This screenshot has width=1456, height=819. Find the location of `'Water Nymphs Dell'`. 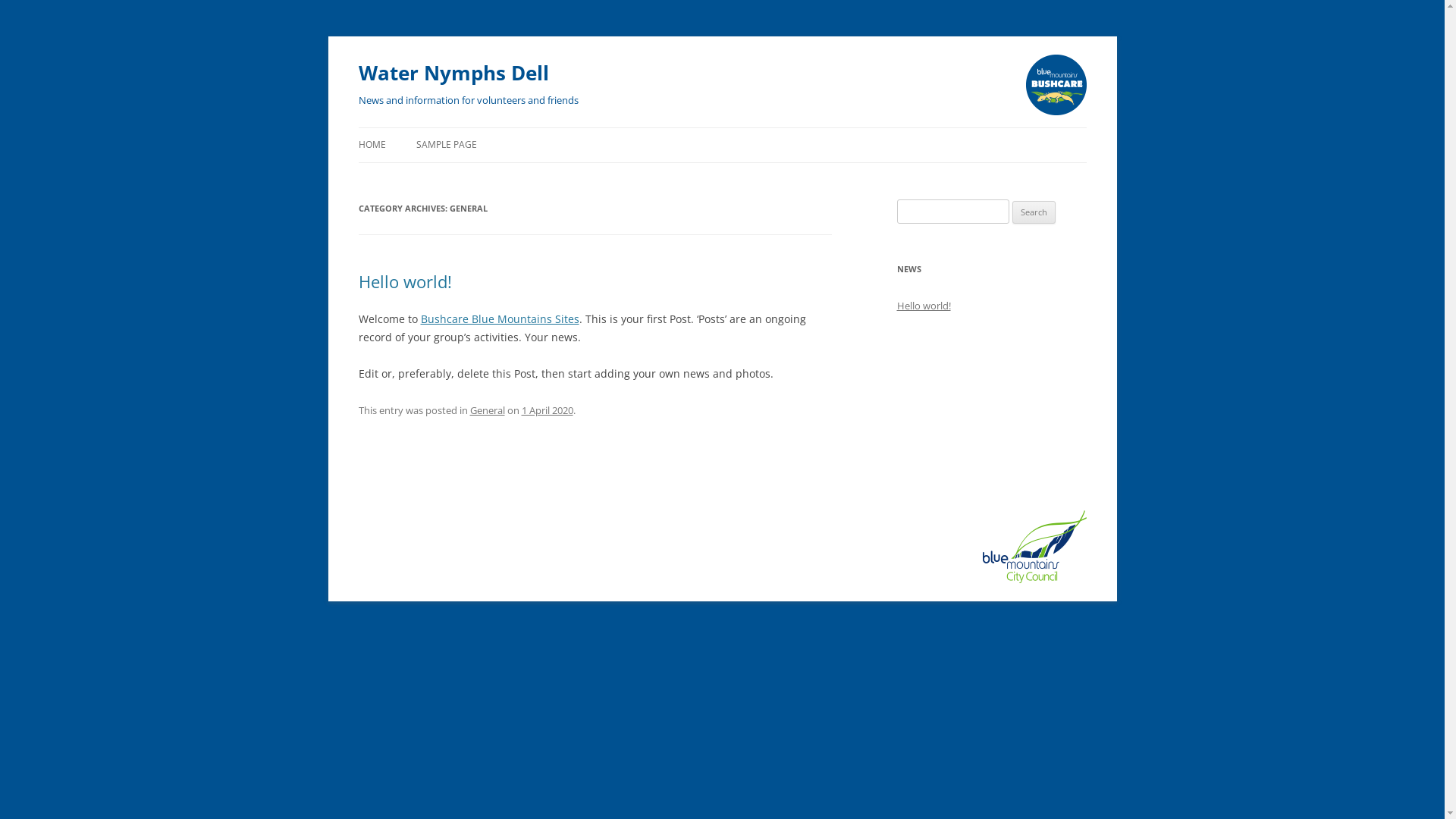

'Water Nymphs Dell' is located at coordinates (452, 73).